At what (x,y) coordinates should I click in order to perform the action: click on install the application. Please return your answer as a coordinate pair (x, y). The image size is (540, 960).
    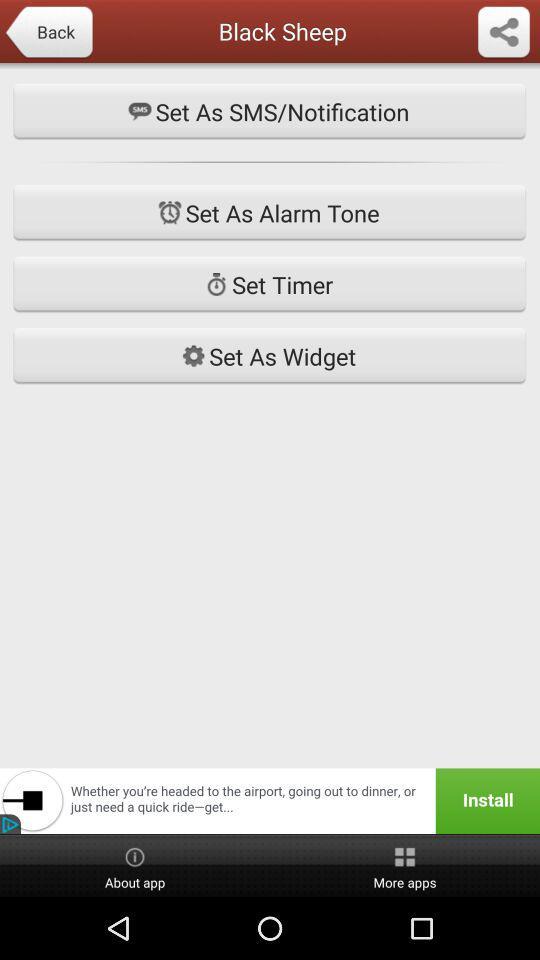
    Looking at the image, I should click on (270, 801).